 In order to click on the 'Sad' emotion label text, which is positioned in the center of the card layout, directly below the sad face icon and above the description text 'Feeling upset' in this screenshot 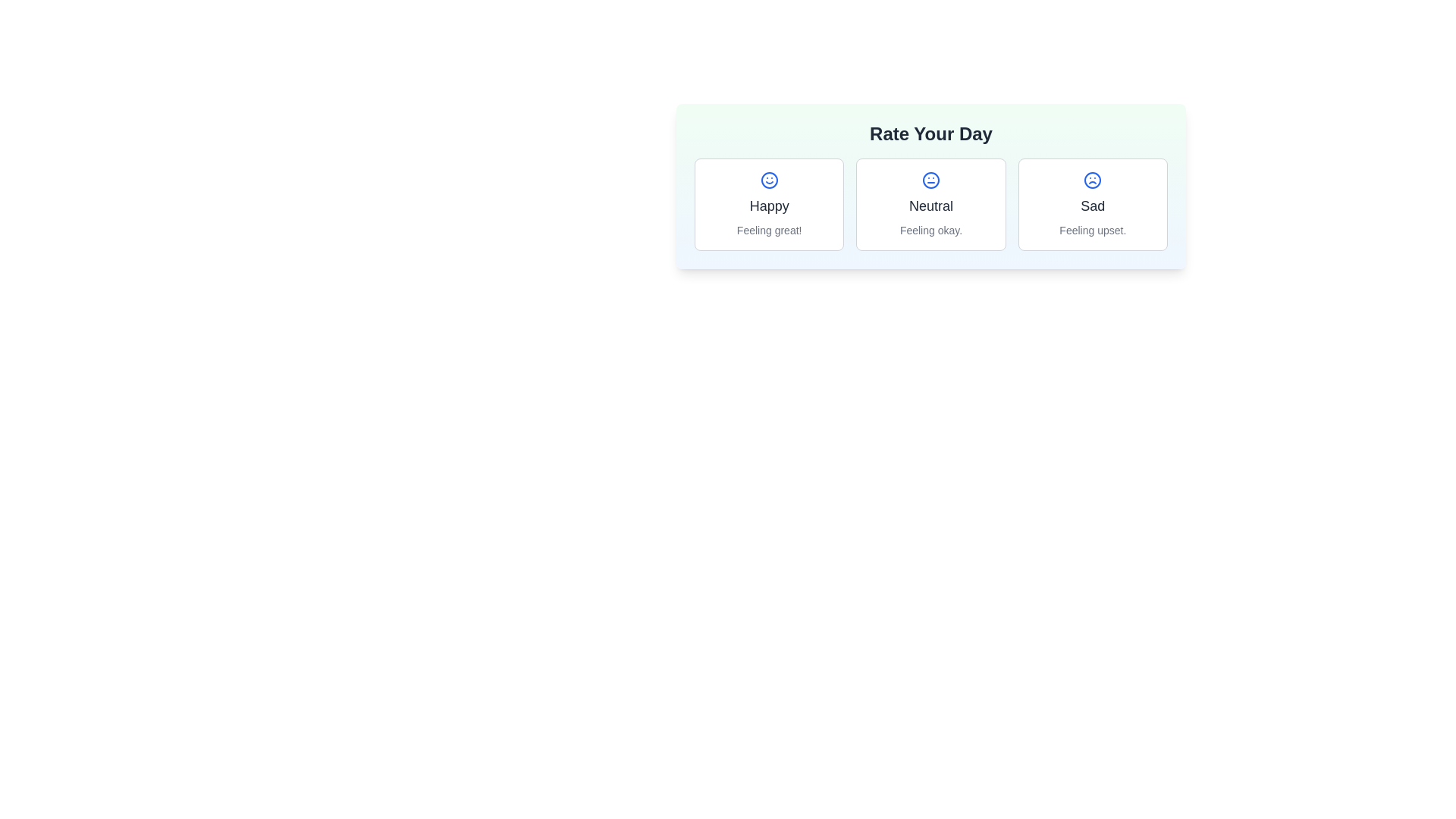, I will do `click(1093, 206)`.